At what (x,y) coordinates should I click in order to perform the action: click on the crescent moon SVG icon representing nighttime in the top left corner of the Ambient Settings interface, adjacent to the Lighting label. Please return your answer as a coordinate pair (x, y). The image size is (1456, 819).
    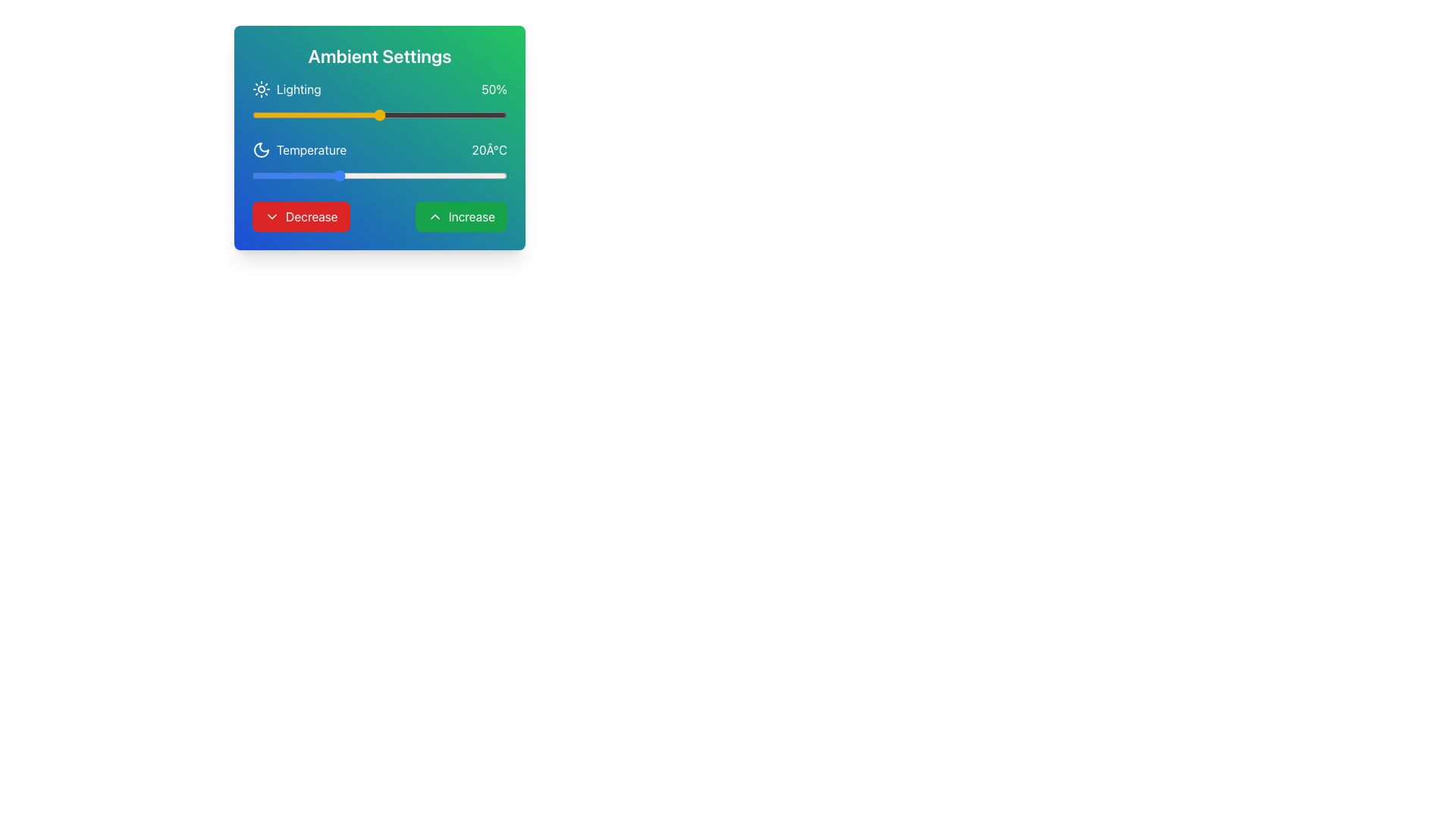
    Looking at the image, I should click on (262, 149).